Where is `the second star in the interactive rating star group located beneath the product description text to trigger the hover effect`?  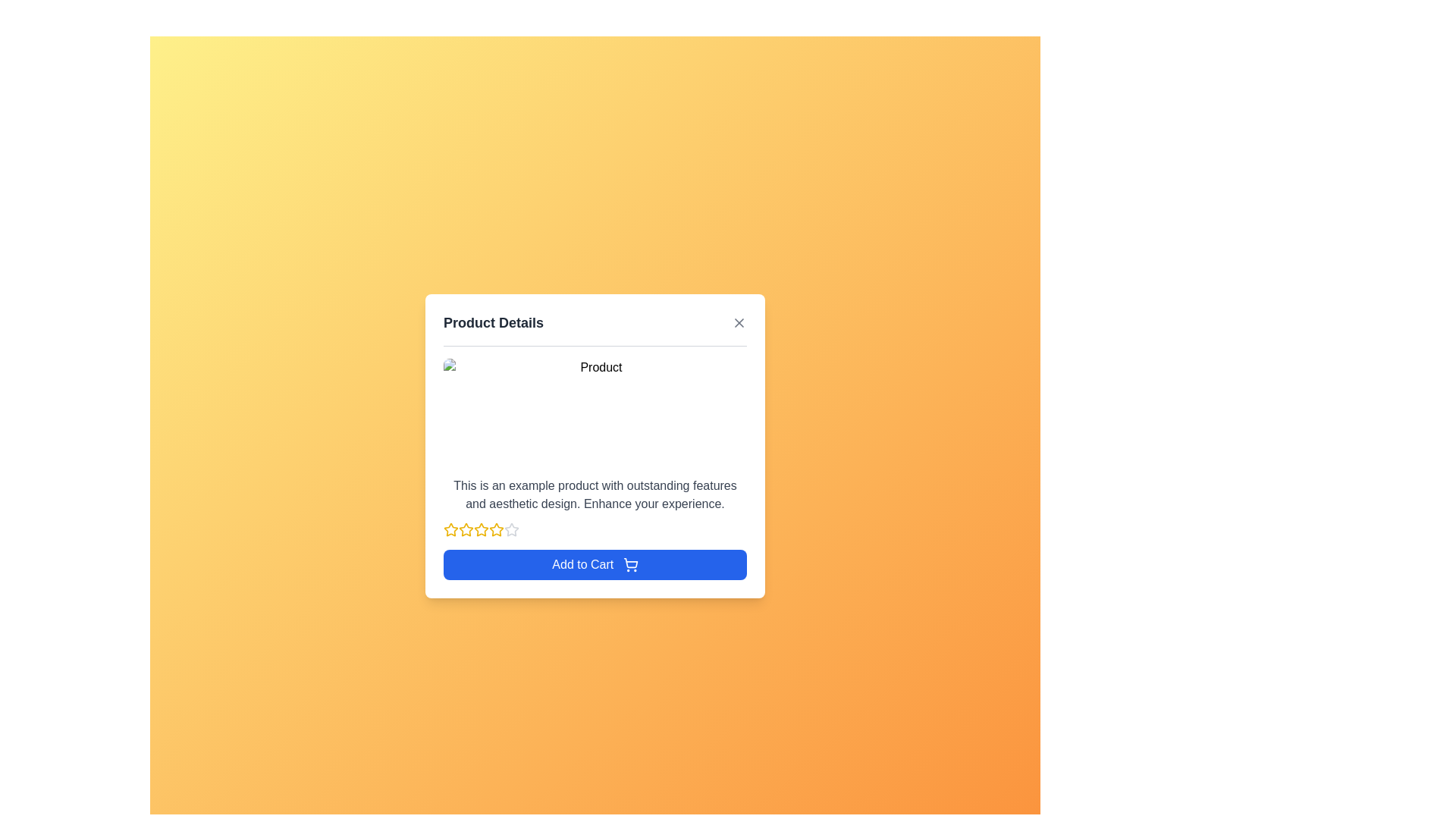
the second star in the interactive rating star group located beneath the product description text to trigger the hover effect is located at coordinates (465, 529).